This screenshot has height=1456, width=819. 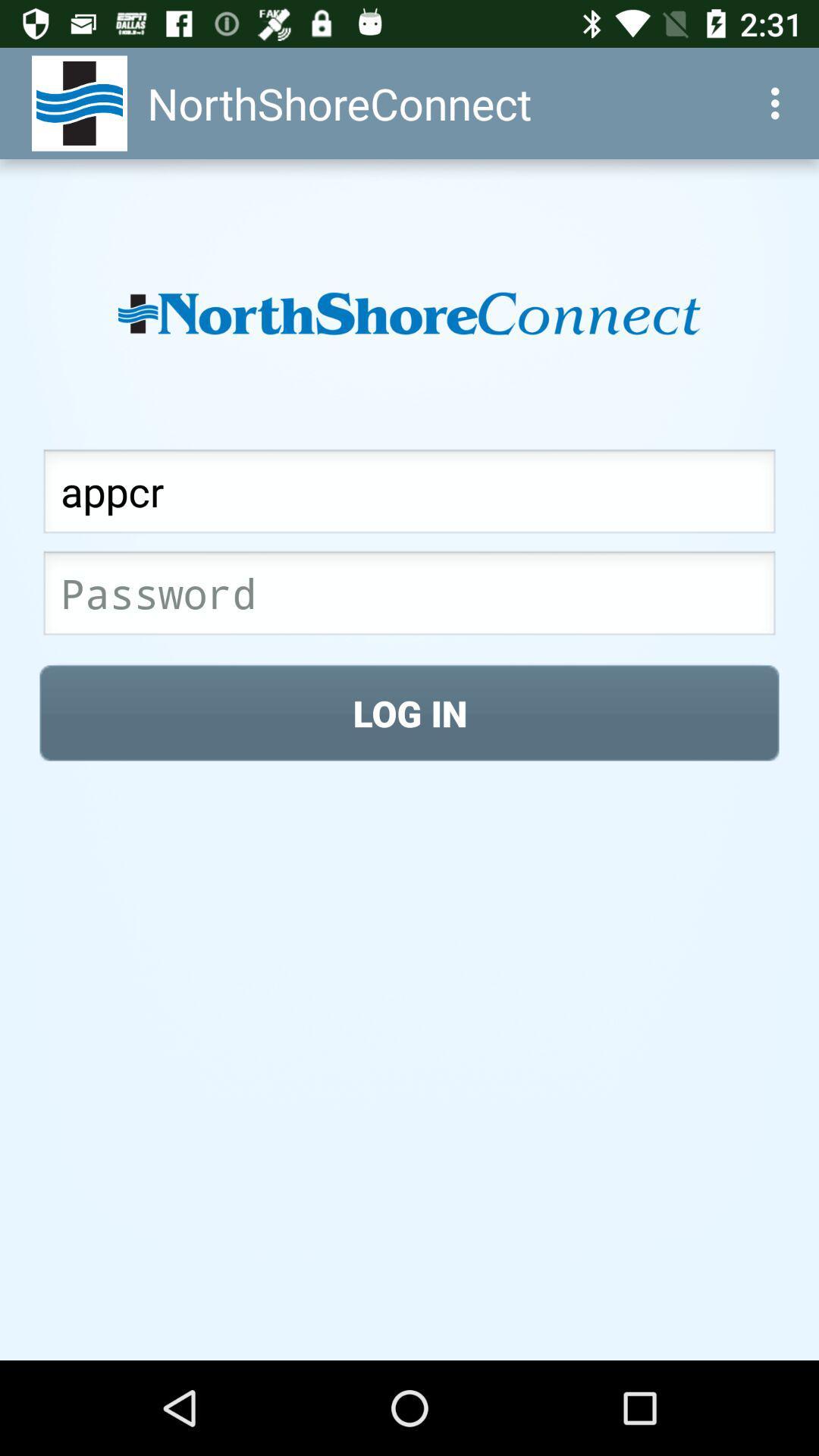 I want to click on password now, so click(x=409, y=597).